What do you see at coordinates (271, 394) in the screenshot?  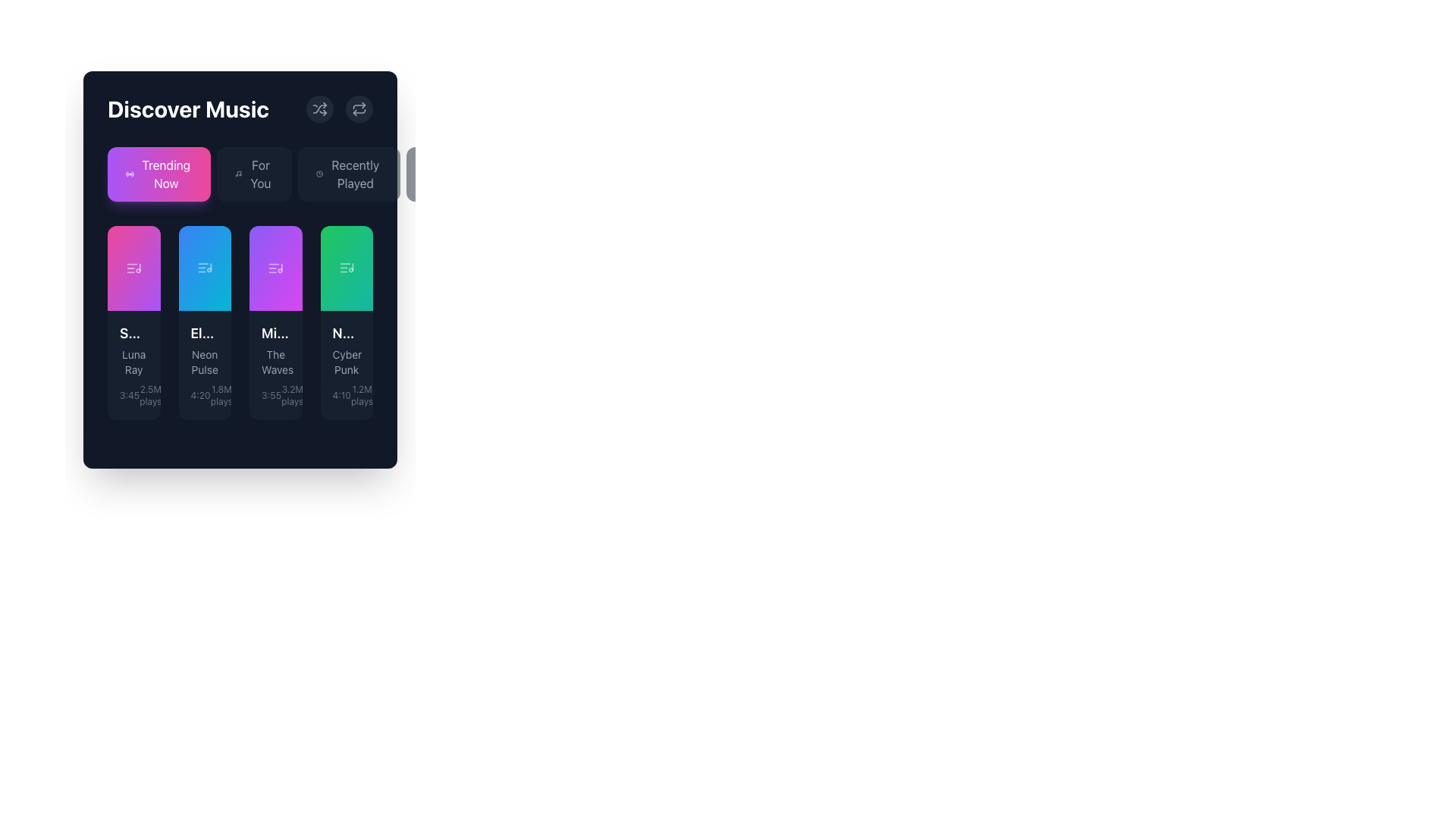 I see `the text displaying the time duration '3:55' which is styled with a small, gray font and located in the third card of the 'Discover Music' section` at bounding box center [271, 394].